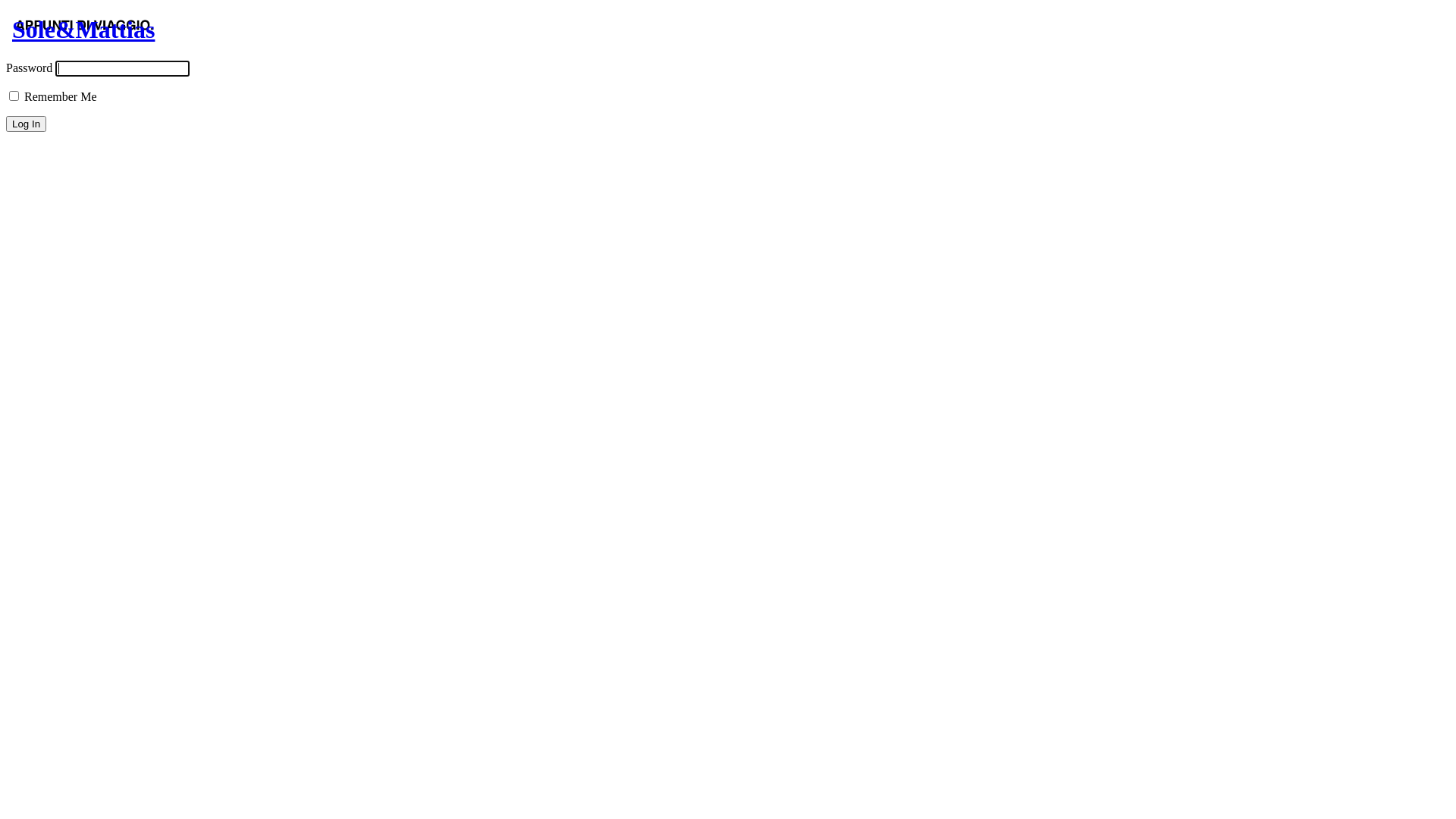  I want to click on 'Log In', so click(26, 123).